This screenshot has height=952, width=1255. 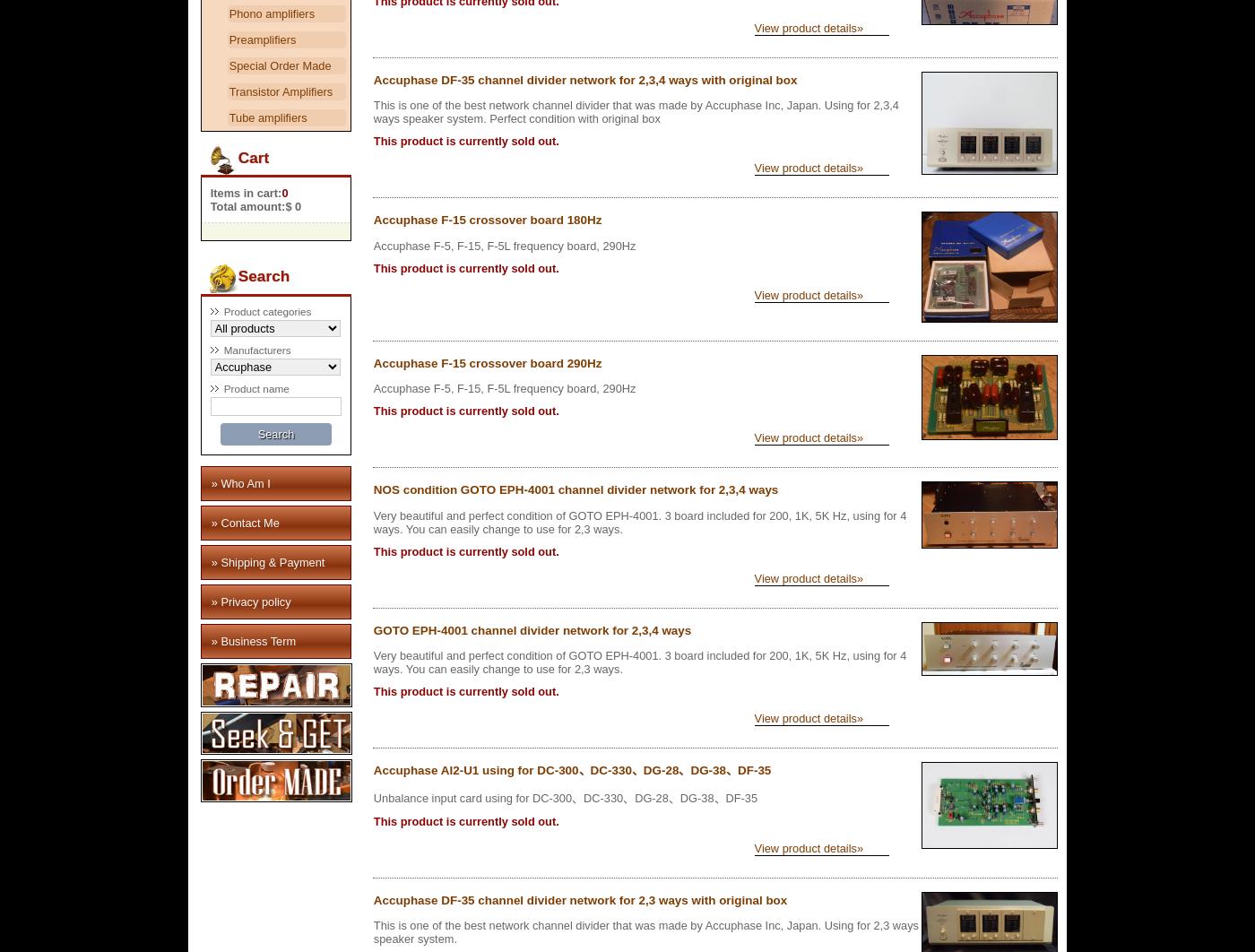 What do you see at coordinates (250, 601) in the screenshot?
I see `'» Privacy policy'` at bounding box center [250, 601].